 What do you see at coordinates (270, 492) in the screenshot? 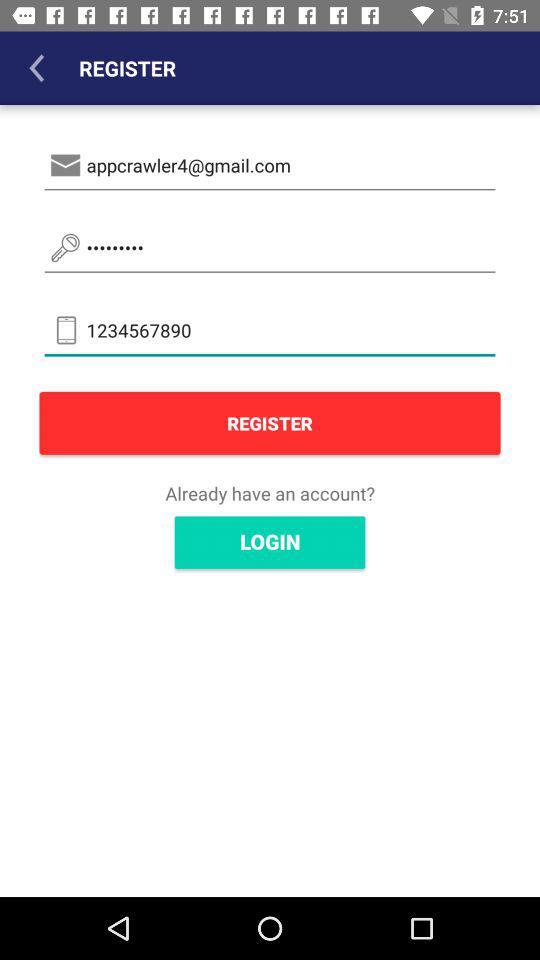
I see `the already have an icon` at bounding box center [270, 492].